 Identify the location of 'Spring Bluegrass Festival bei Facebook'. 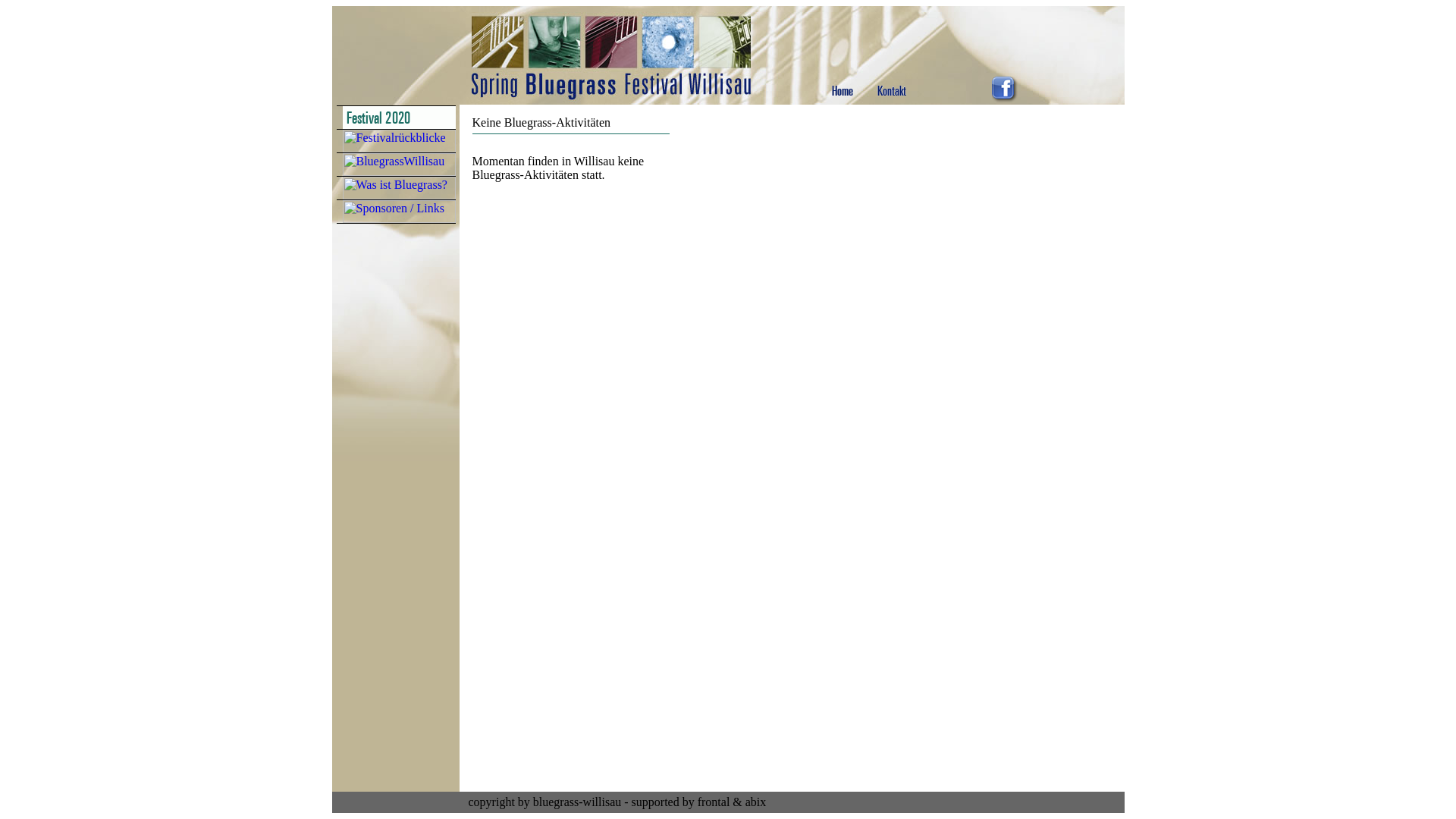
(1004, 98).